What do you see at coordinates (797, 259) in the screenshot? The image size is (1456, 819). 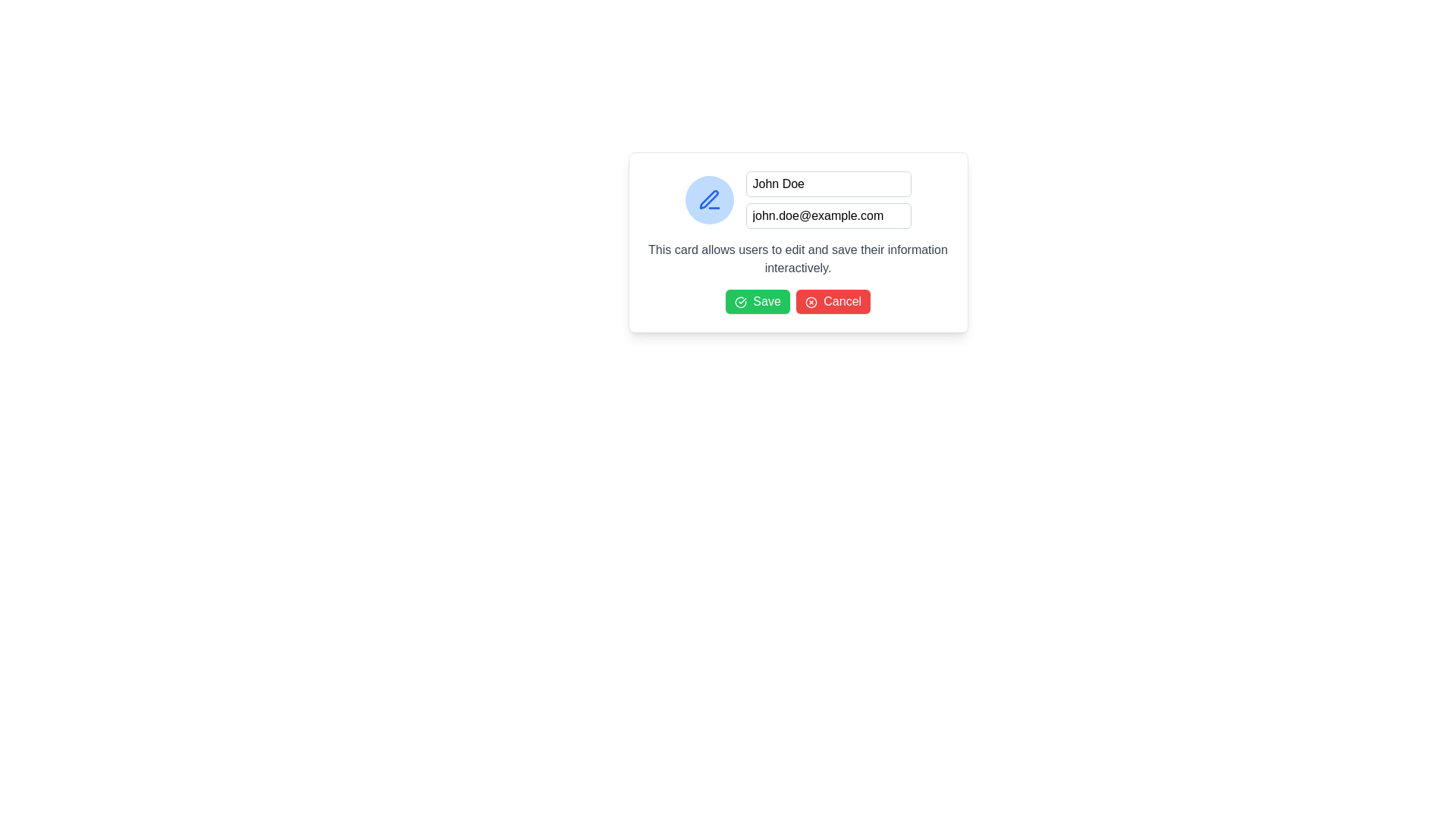 I see `the light gray text block that is positioned below two input fields and above the Save and Cancel buttons in the card layout center` at bounding box center [797, 259].